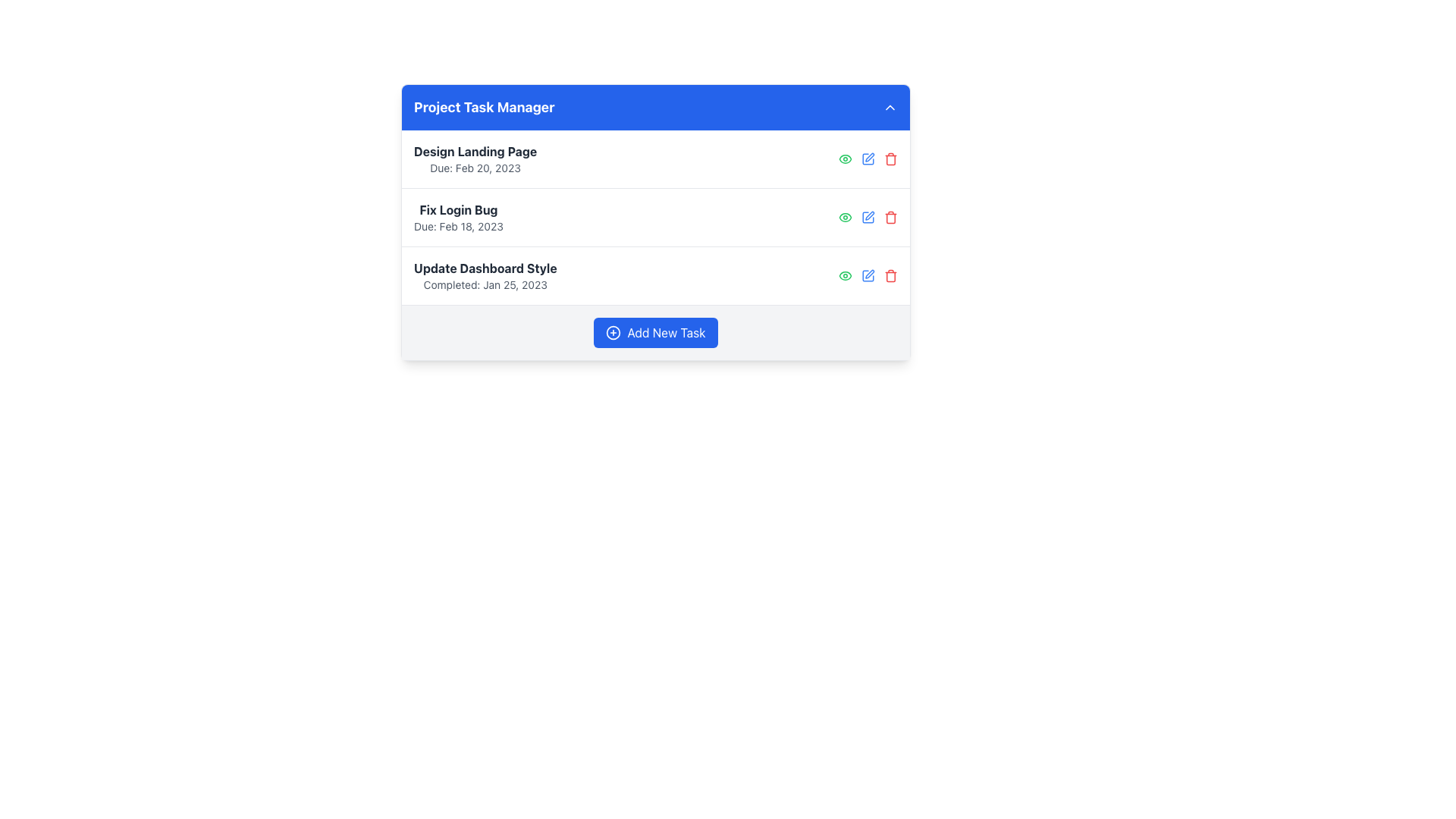  I want to click on keyboard navigation, so click(891, 158).